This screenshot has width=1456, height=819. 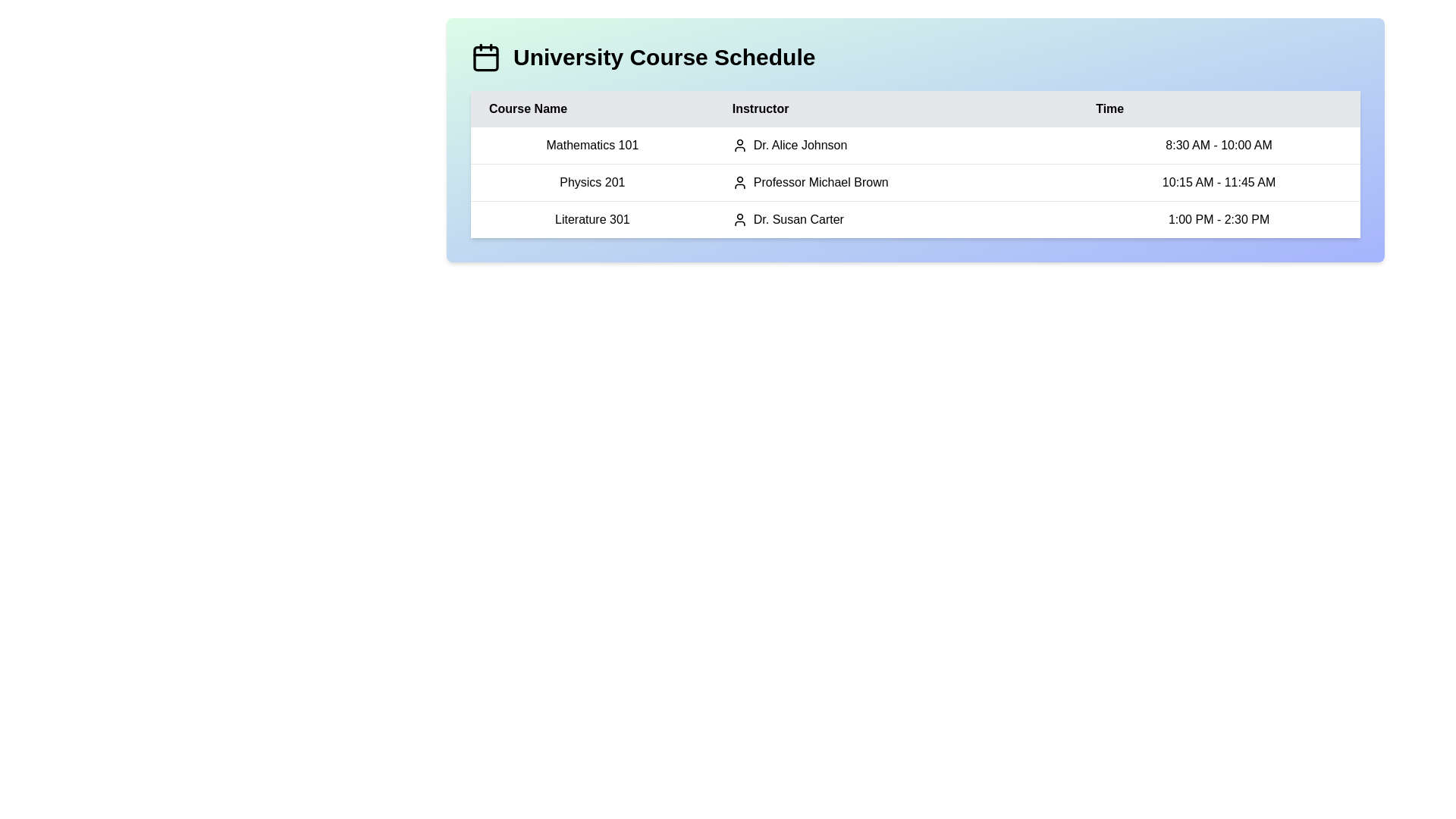 I want to click on header text element displaying 'University Course Schedule', which is prominently featured in bold, sans-serif font on a gradient background of light green to purple, centrally aligned at the top of the page, so click(x=664, y=57).